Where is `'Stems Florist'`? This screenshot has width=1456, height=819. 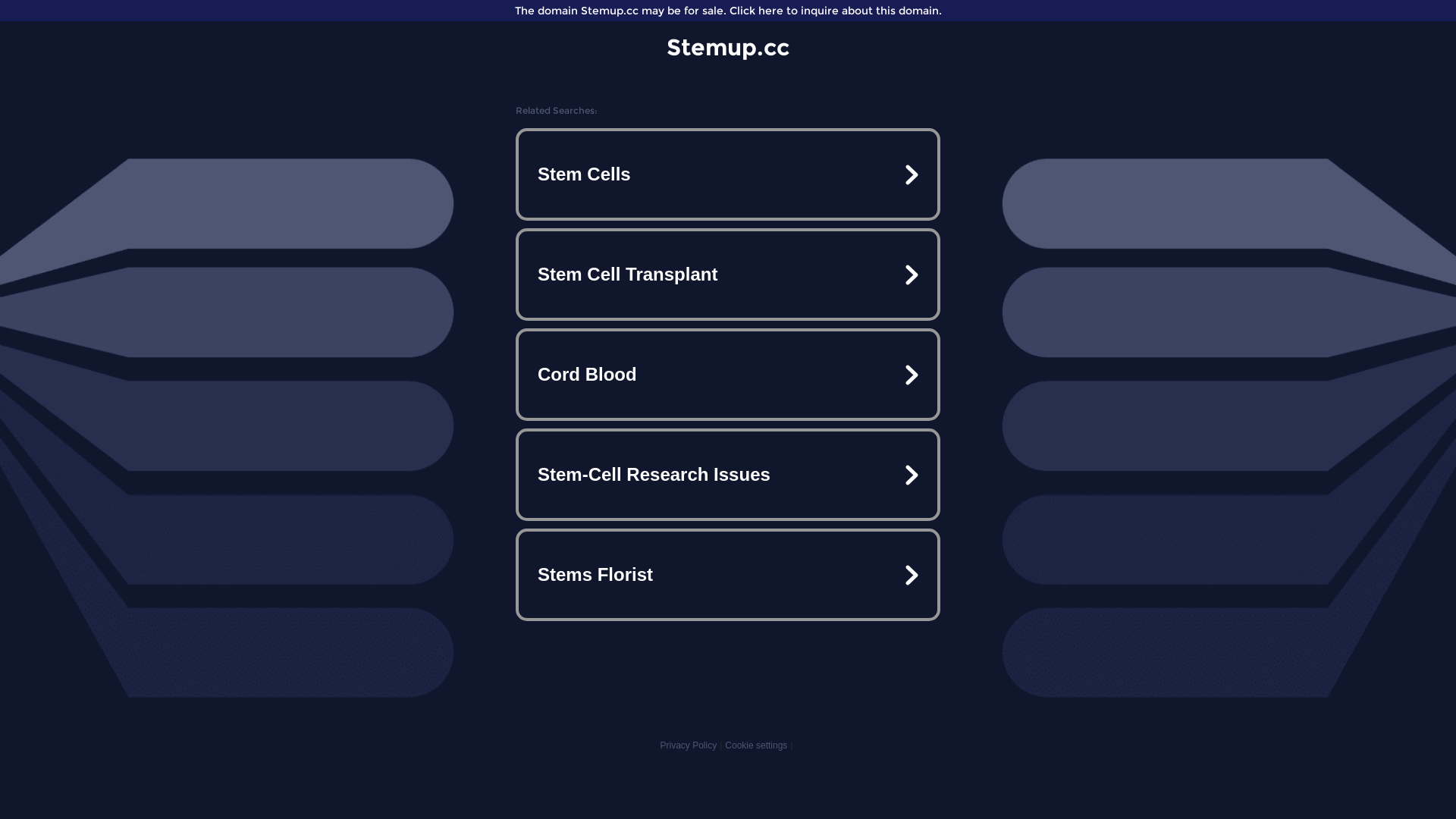
'Stems Florist' is located at coordinates (728, 575).